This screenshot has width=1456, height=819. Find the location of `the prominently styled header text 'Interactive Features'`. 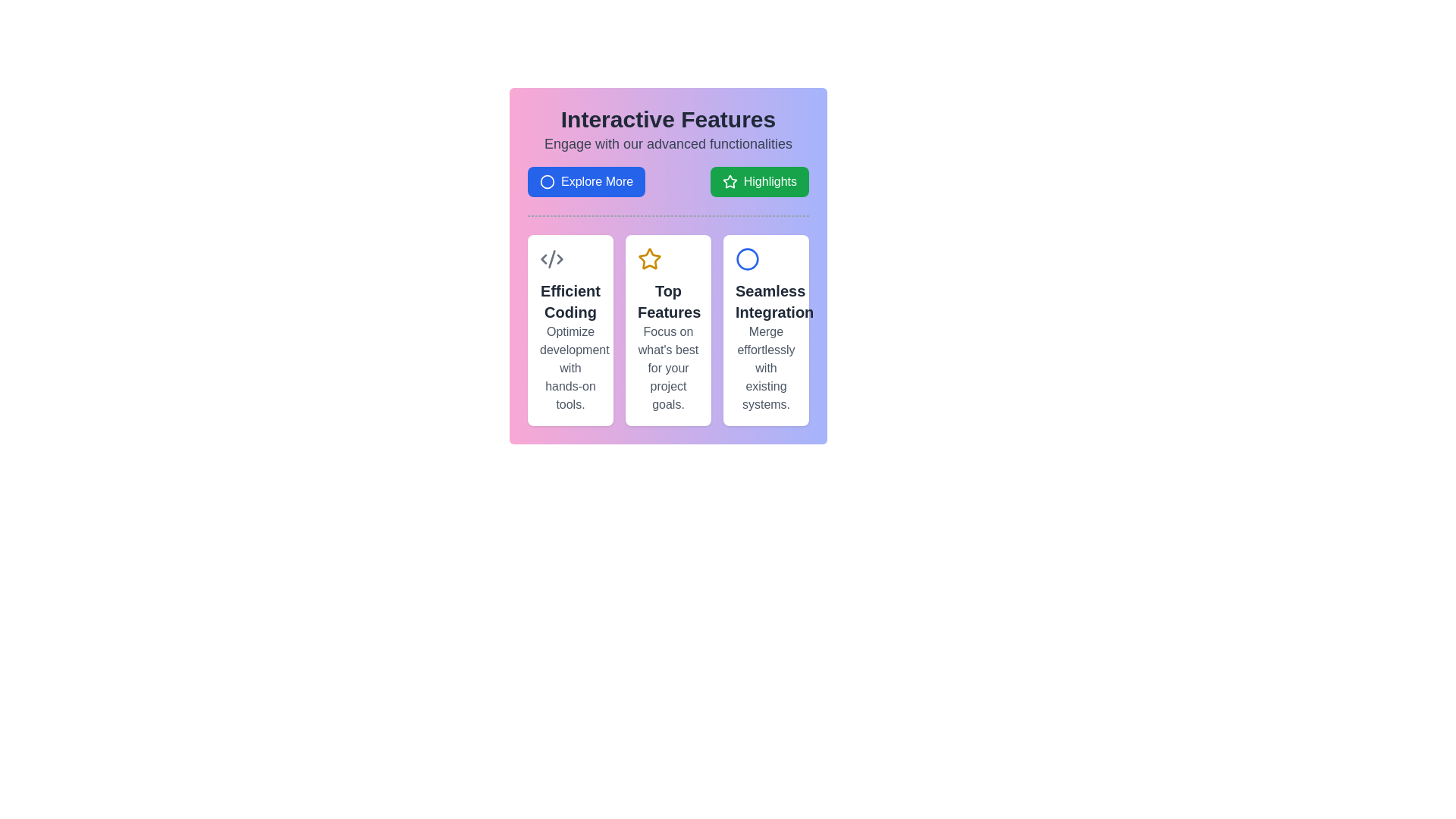

the prominently styled header text 'Interactive Features' is located at coordinates (667, 119).